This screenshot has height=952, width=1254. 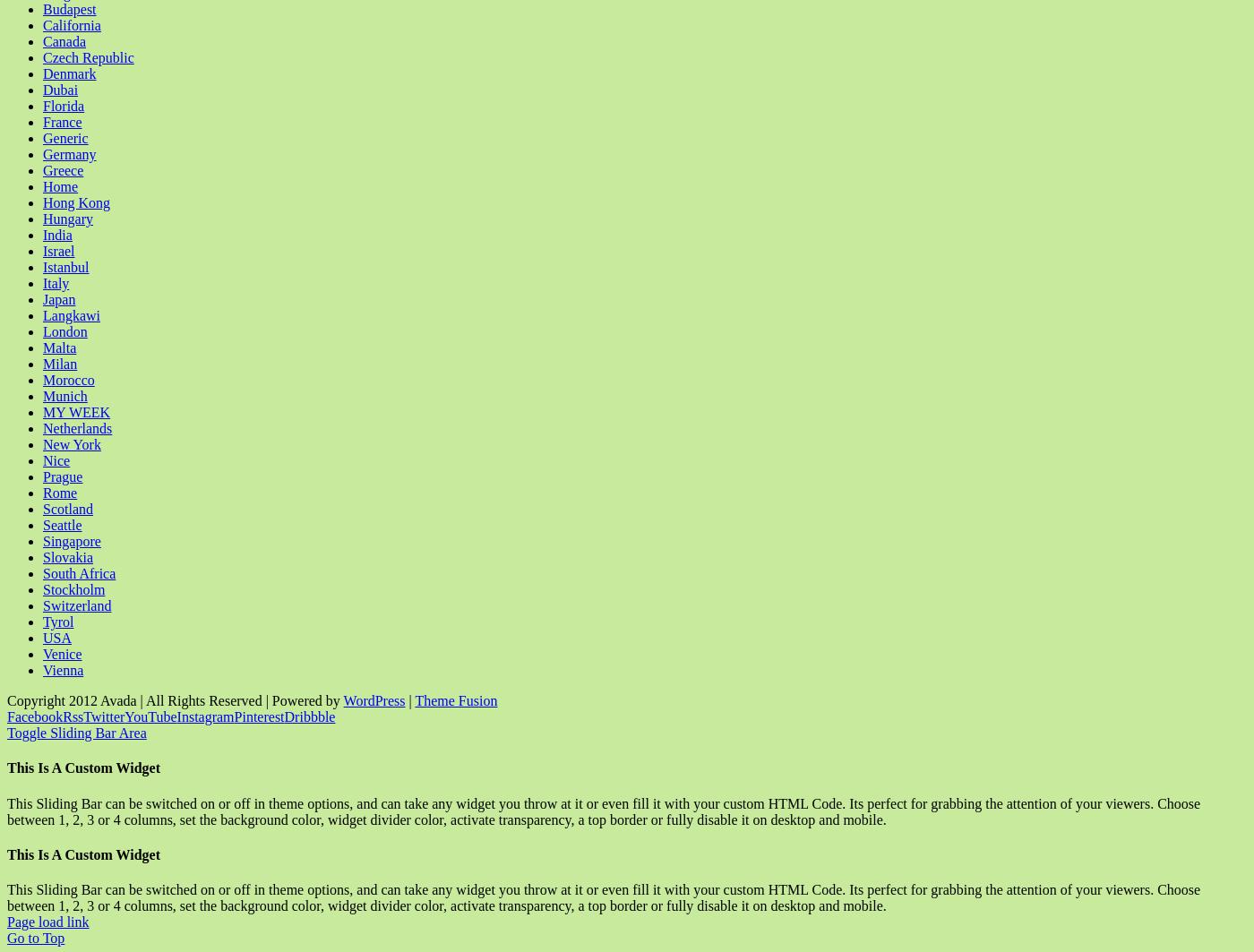 What do you see at coordinates (43, 396) in the screenshot?
I see `'Munich'` at bounding box center [43, 396].